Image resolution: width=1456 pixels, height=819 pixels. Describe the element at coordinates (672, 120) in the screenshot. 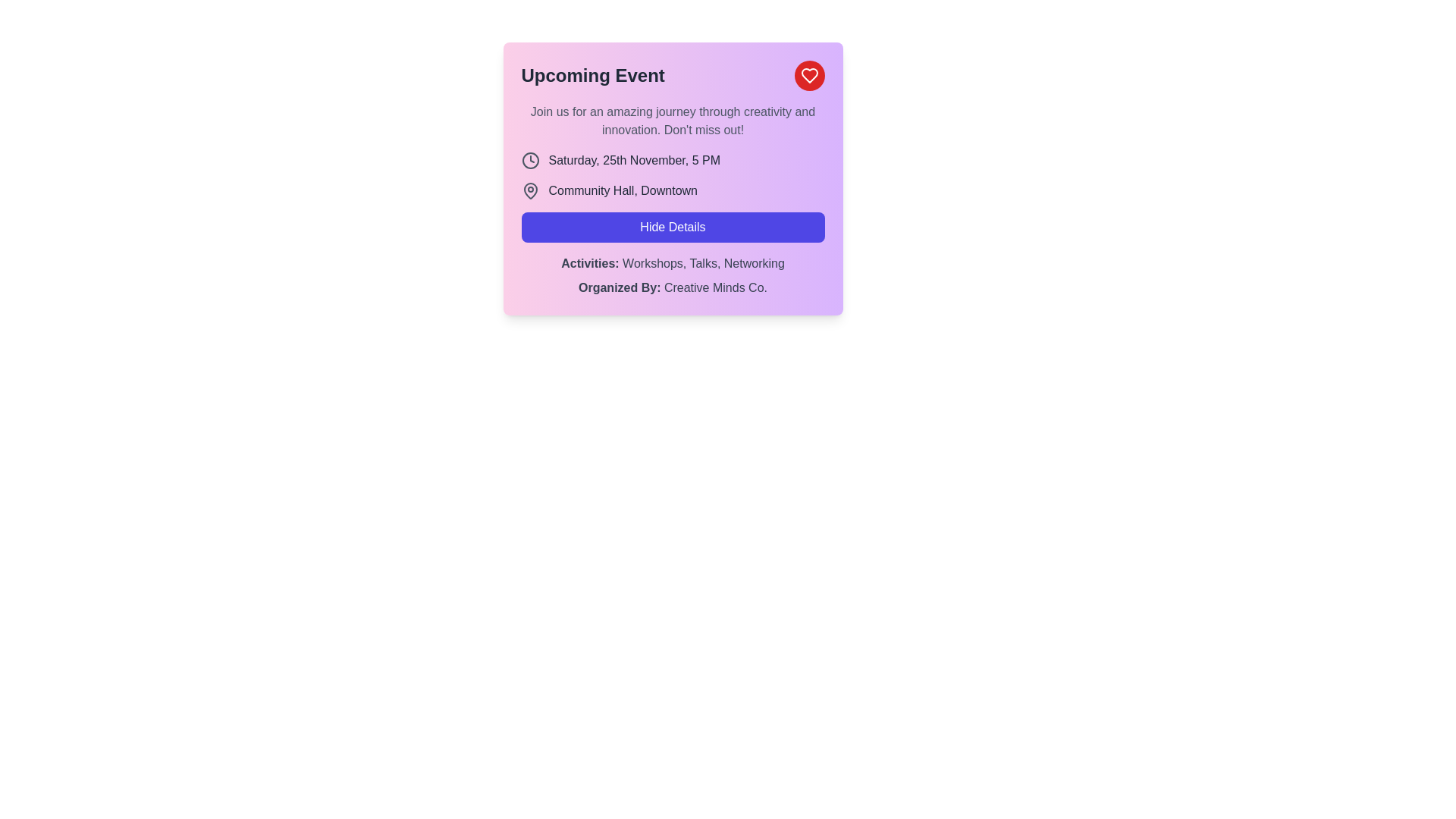

I see `text block located beneath the title 'Upcoming Event' to understand the event description` at that location.